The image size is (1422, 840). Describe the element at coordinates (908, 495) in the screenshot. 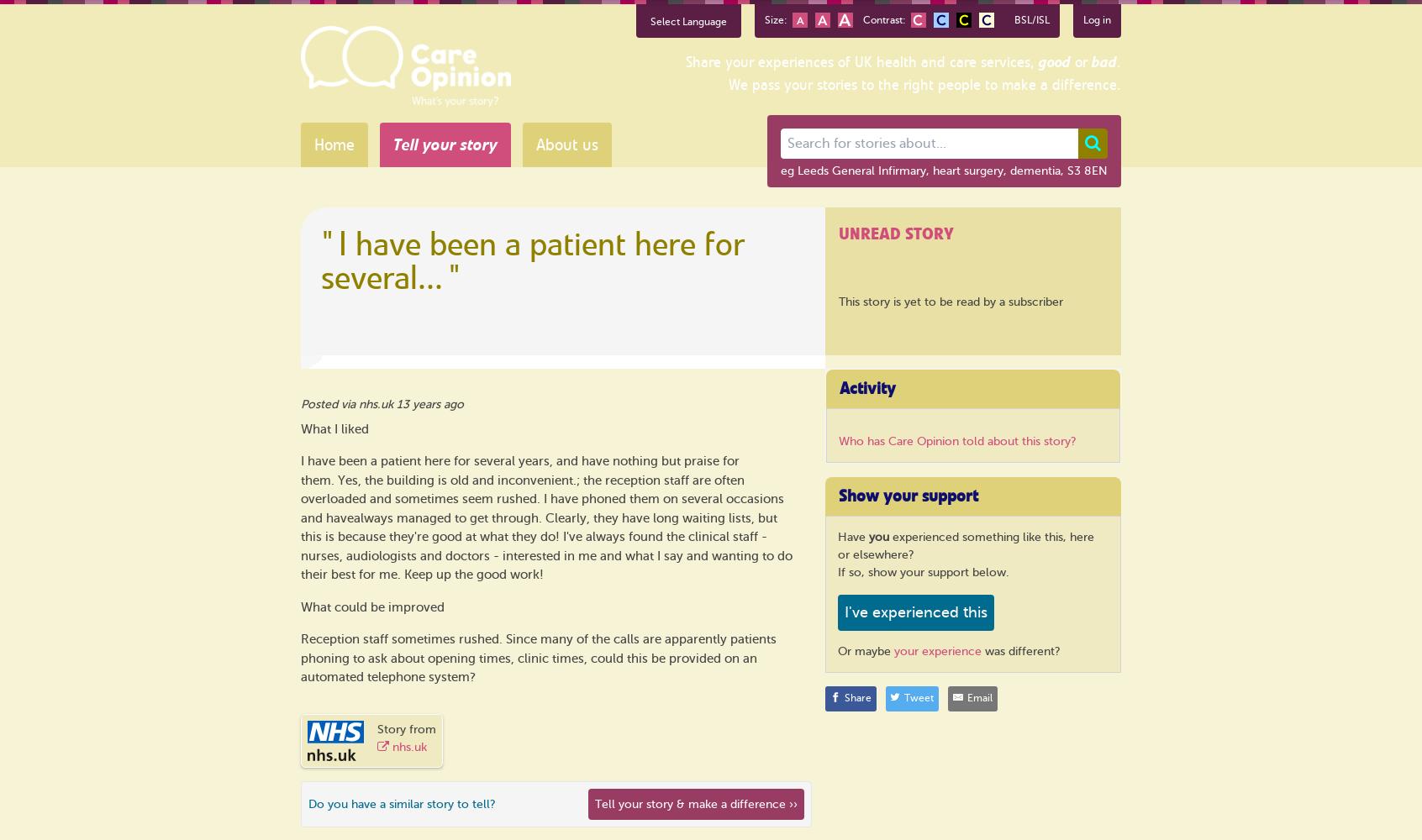

I see `'Show your support'` at that location.